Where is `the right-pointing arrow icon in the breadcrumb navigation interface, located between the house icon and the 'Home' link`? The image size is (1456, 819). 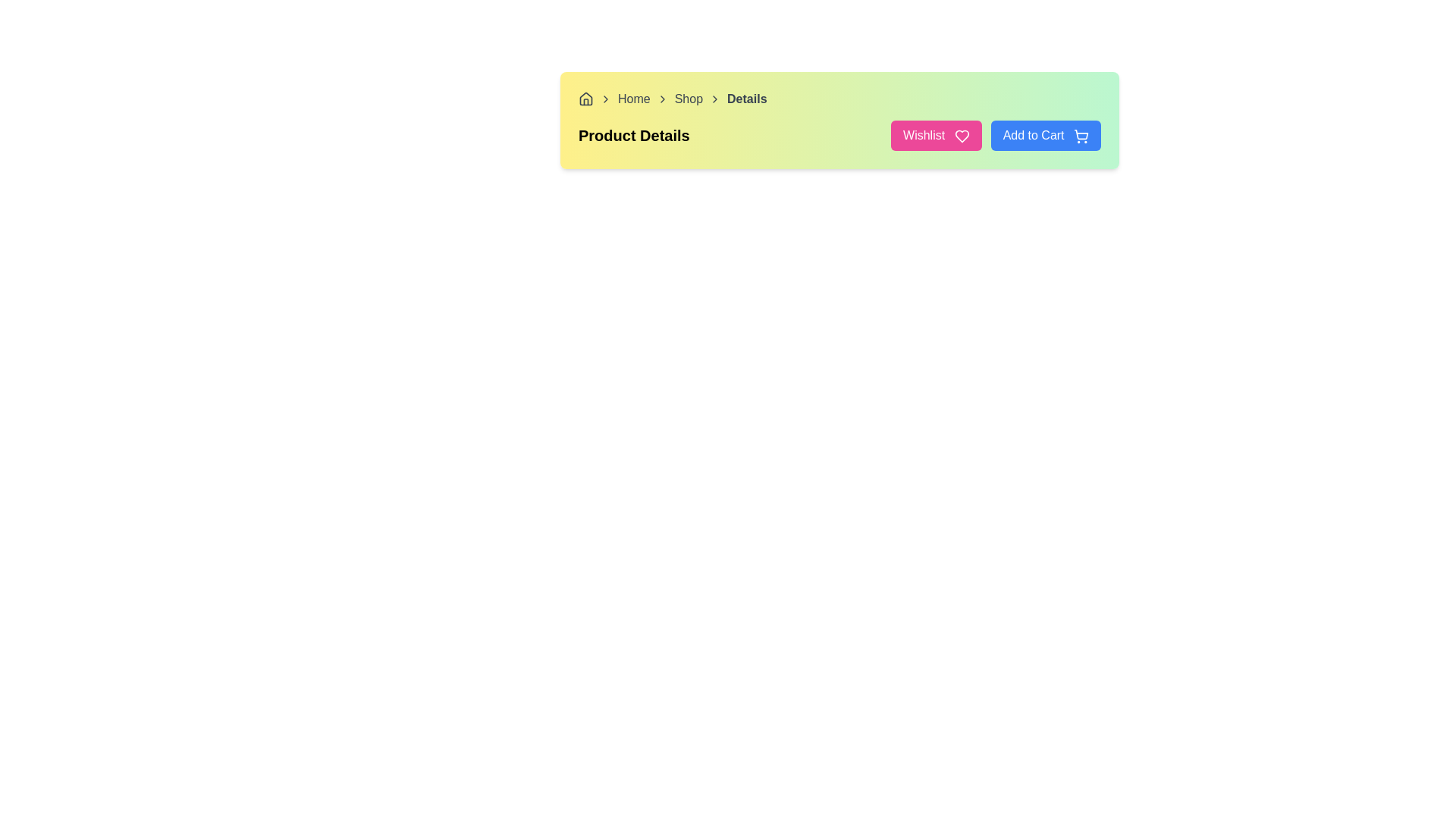
the right-pointing arrow icon in the breadcrumb navigation interface, located between the house icon and the 'Home' link is located at coordinates (604, 99).